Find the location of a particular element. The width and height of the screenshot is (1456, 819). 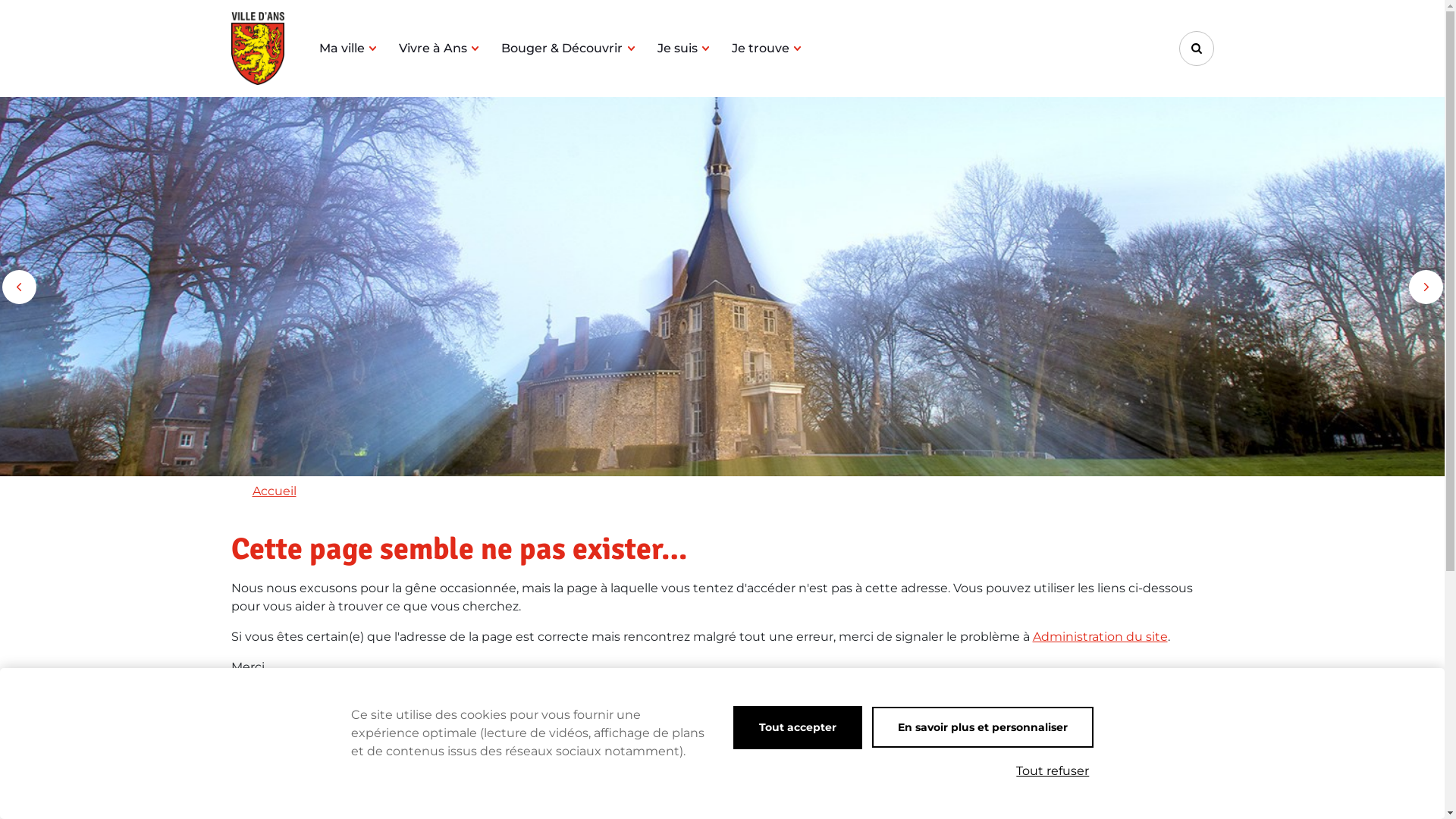

'Accueil' is located at coordinates (273, 491).